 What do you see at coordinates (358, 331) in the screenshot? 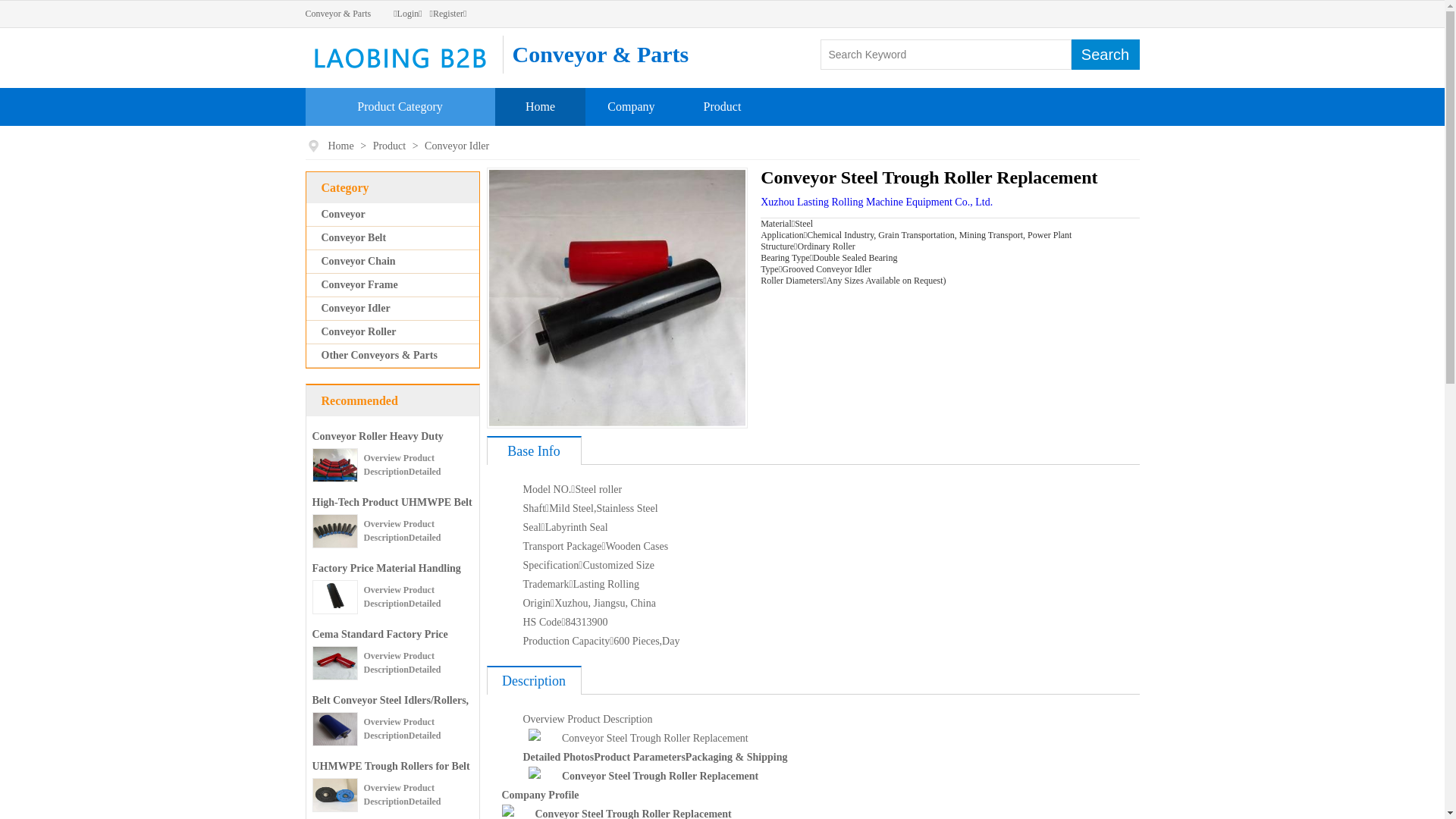
I see `'Conveyor Roller'` at bounding box center [358, 331].